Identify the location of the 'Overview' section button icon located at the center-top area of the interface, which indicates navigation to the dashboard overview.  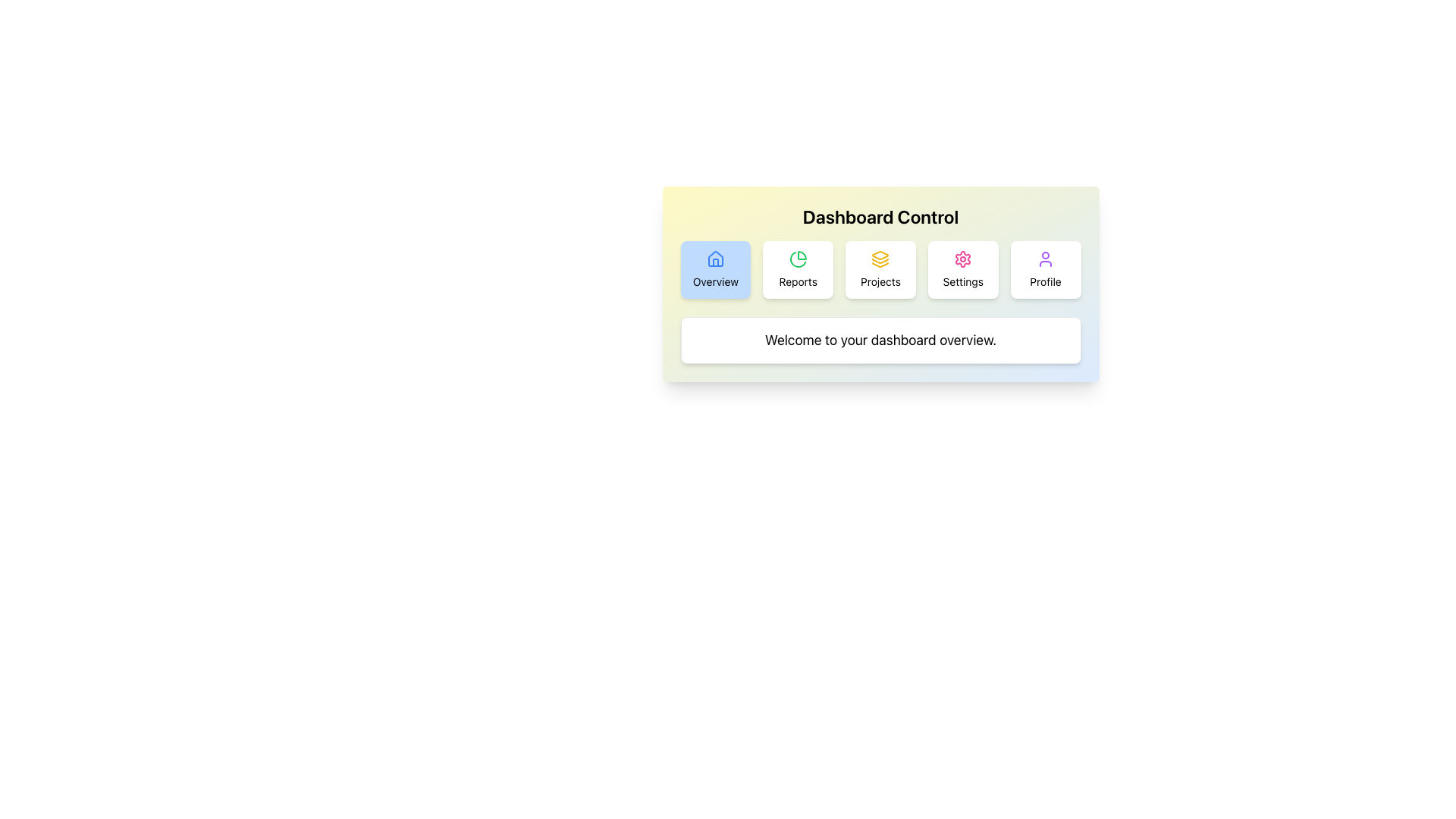
(714, 259).